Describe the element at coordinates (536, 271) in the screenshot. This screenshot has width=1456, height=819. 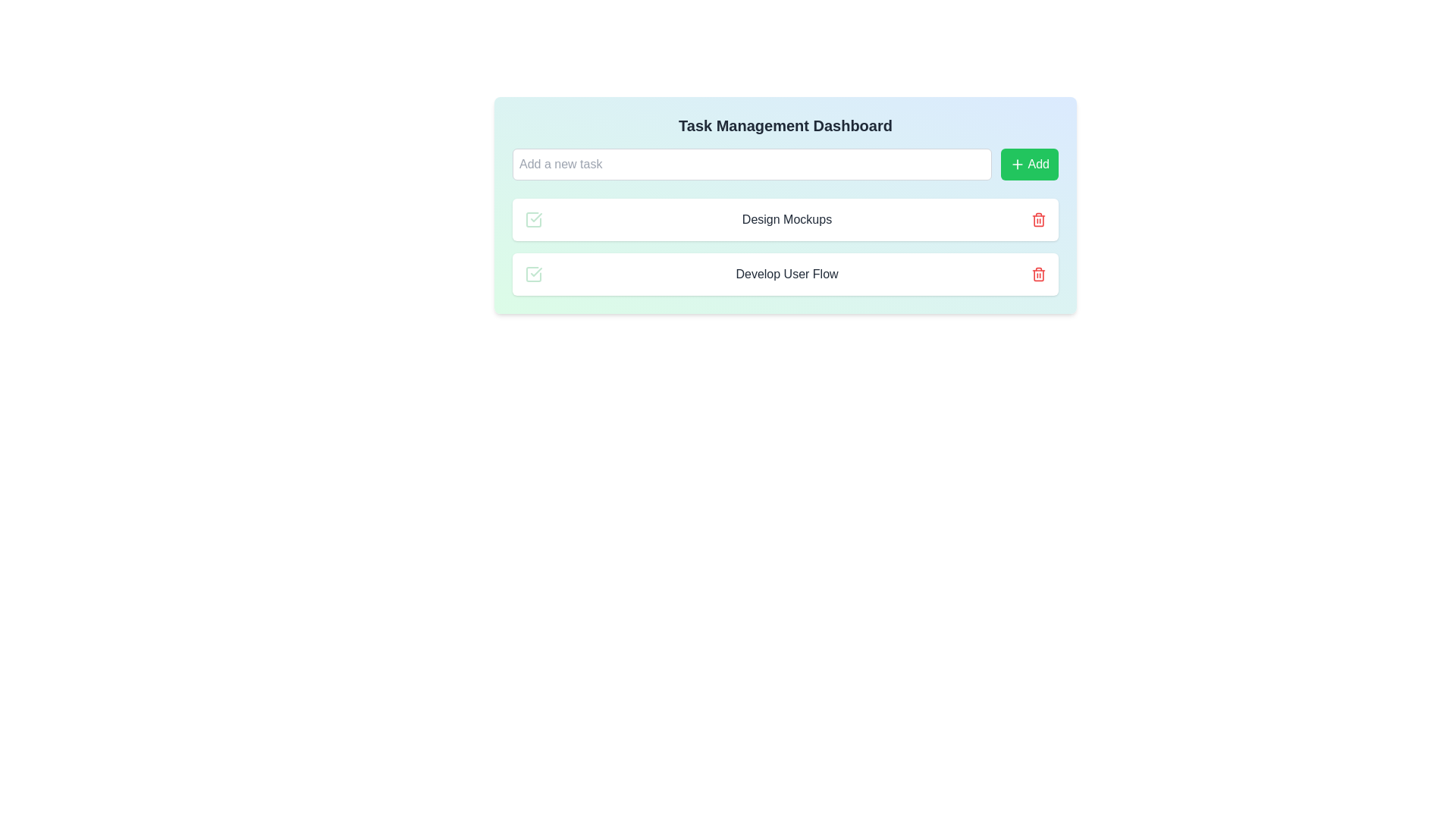
I see `the small checkmark icon indicator for task status located in the second task row labeled 'Develop User Flow'` at that location.